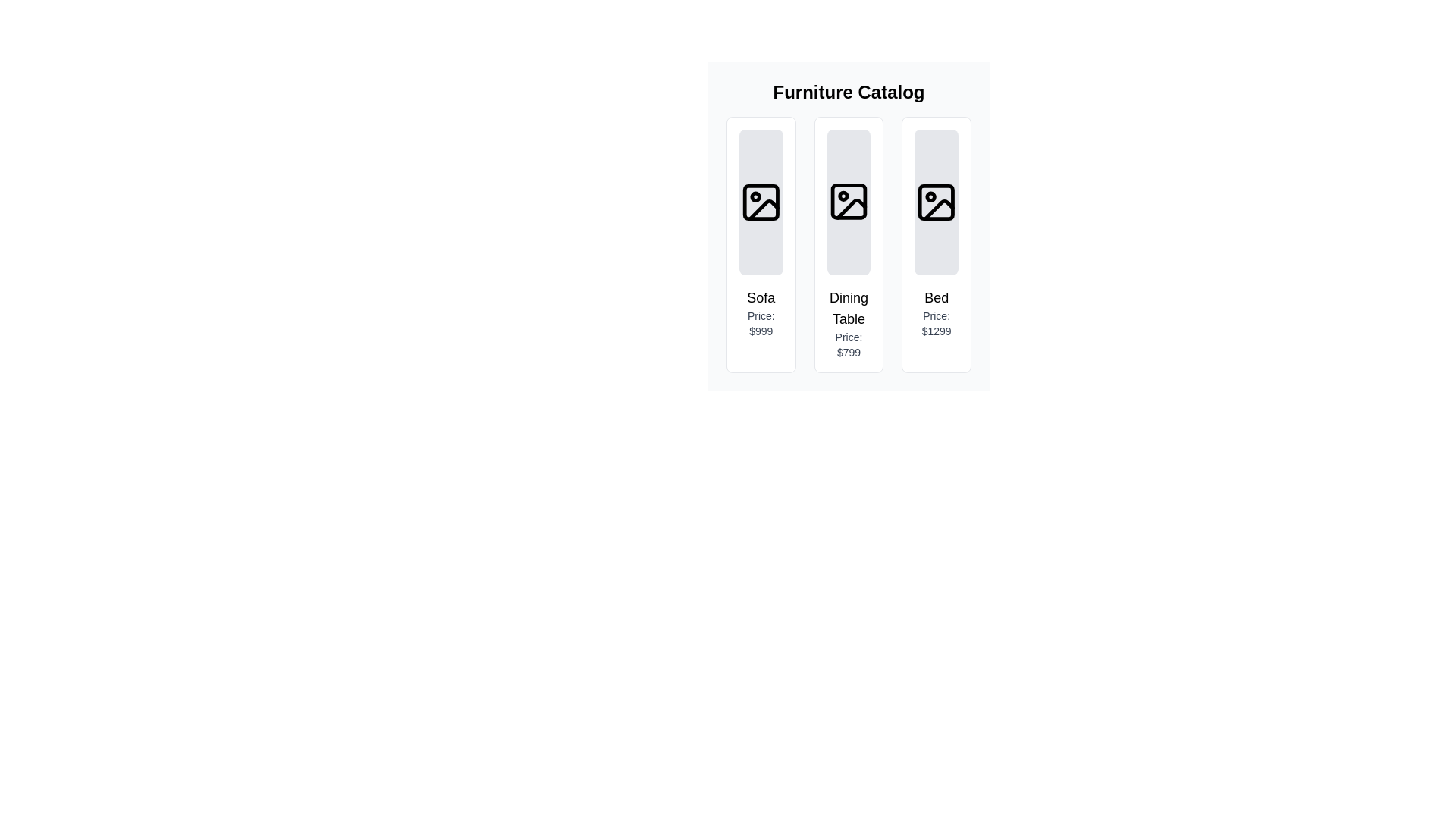  Describe the element at coordinates (848, 201) in the screenshot. I see `the image placeholder representing the 'Dining Table' product in the furniture catalog, located in the top section of the panel` at that location.